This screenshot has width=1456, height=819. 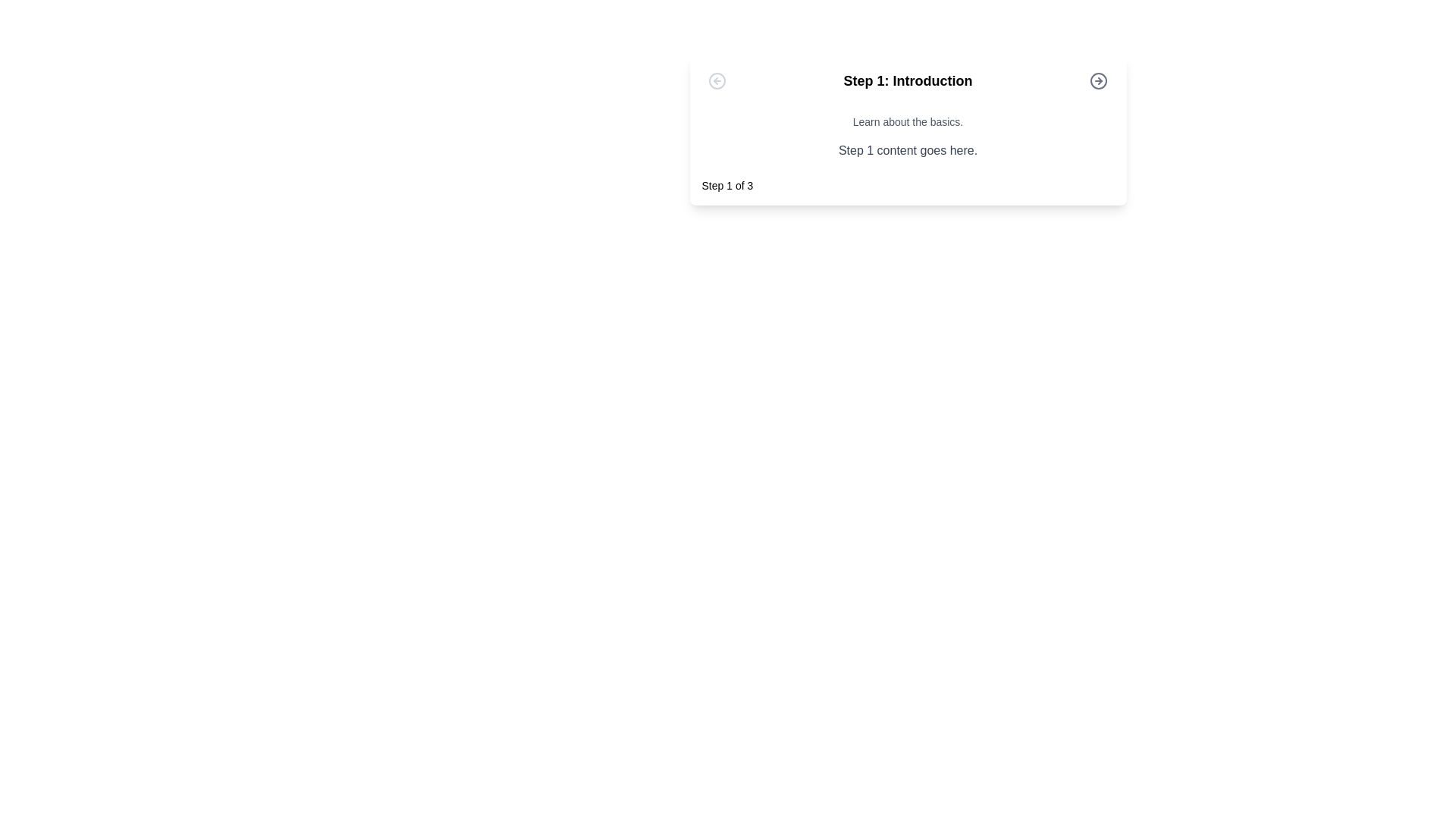 What do you see at coordinates (716, 81) in the screenshot?
I see `the navigational button located to the left of the title 'Step 1: Introduction'` at bounding box center [716, 81].